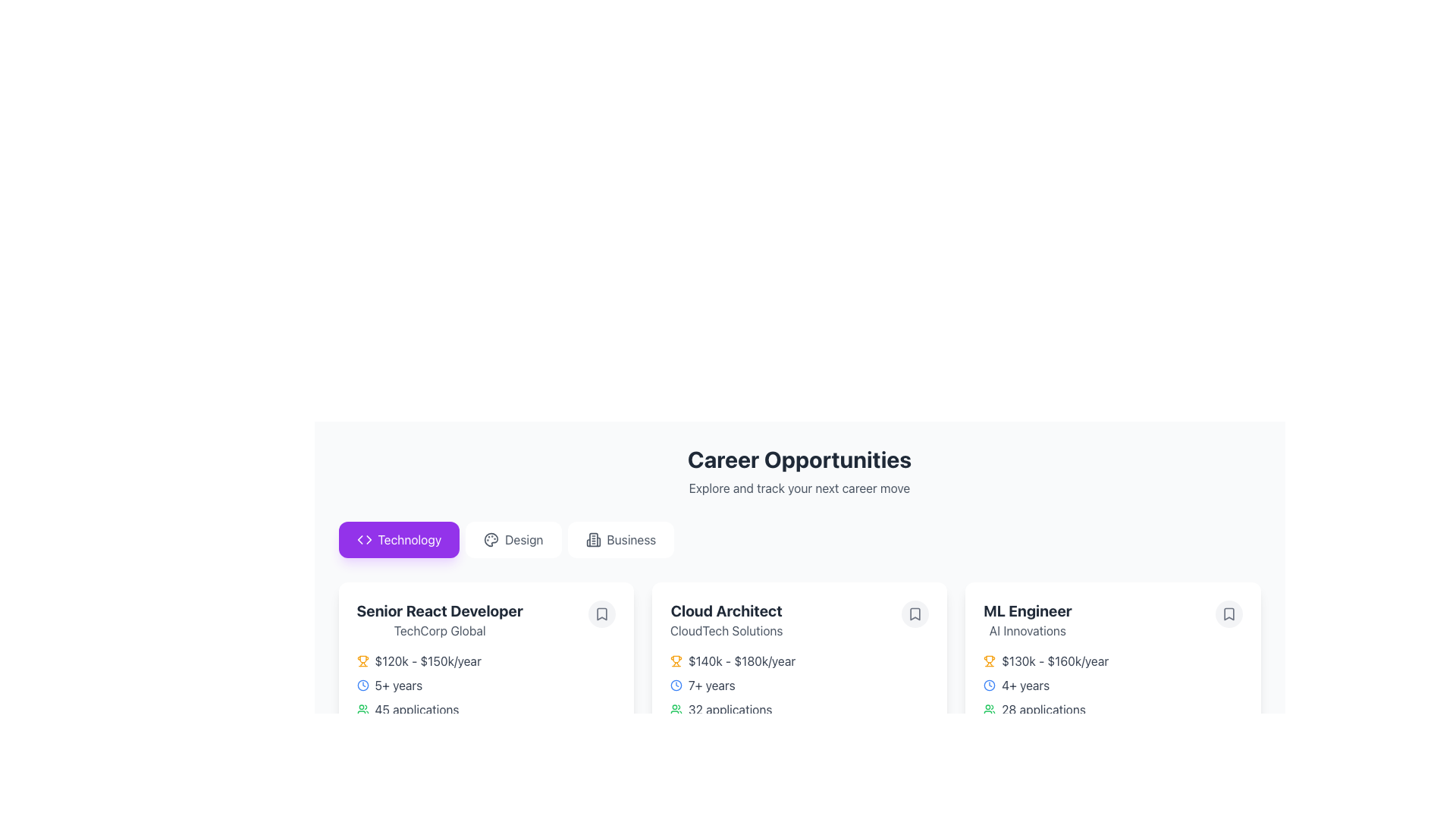 The width and height of the screenshot is (1456, 819). Describe the element at coordinates (362, 685) in the screenshot. I see `the time duration icon located to the left of the '5+ years' text in the 'Senior React Developer' section under 'Technology'` at that location.